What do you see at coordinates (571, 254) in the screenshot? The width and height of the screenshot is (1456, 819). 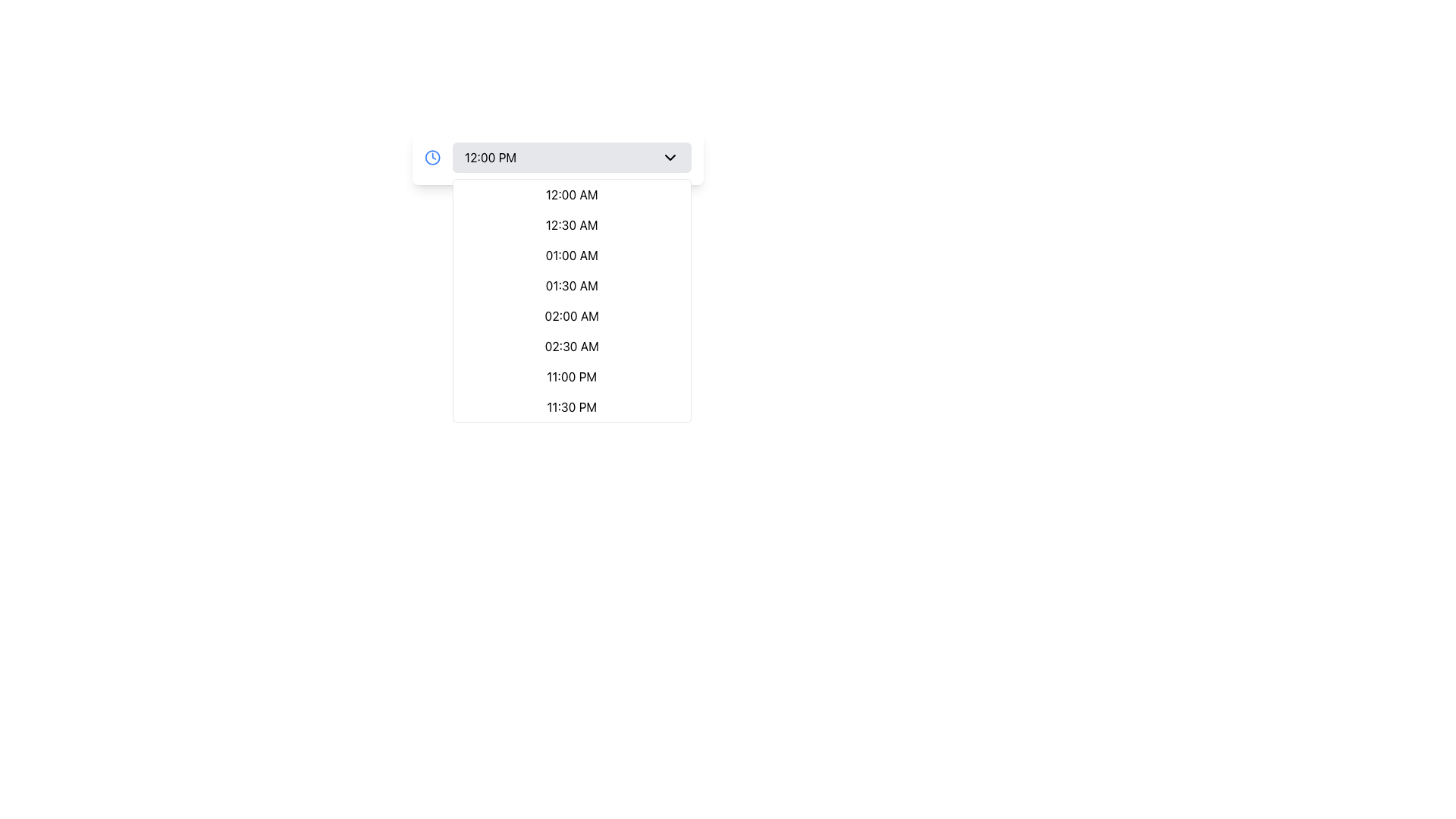 I see `the text-based list item displaying '01:00 AM'` at bounding box center [571, 254].